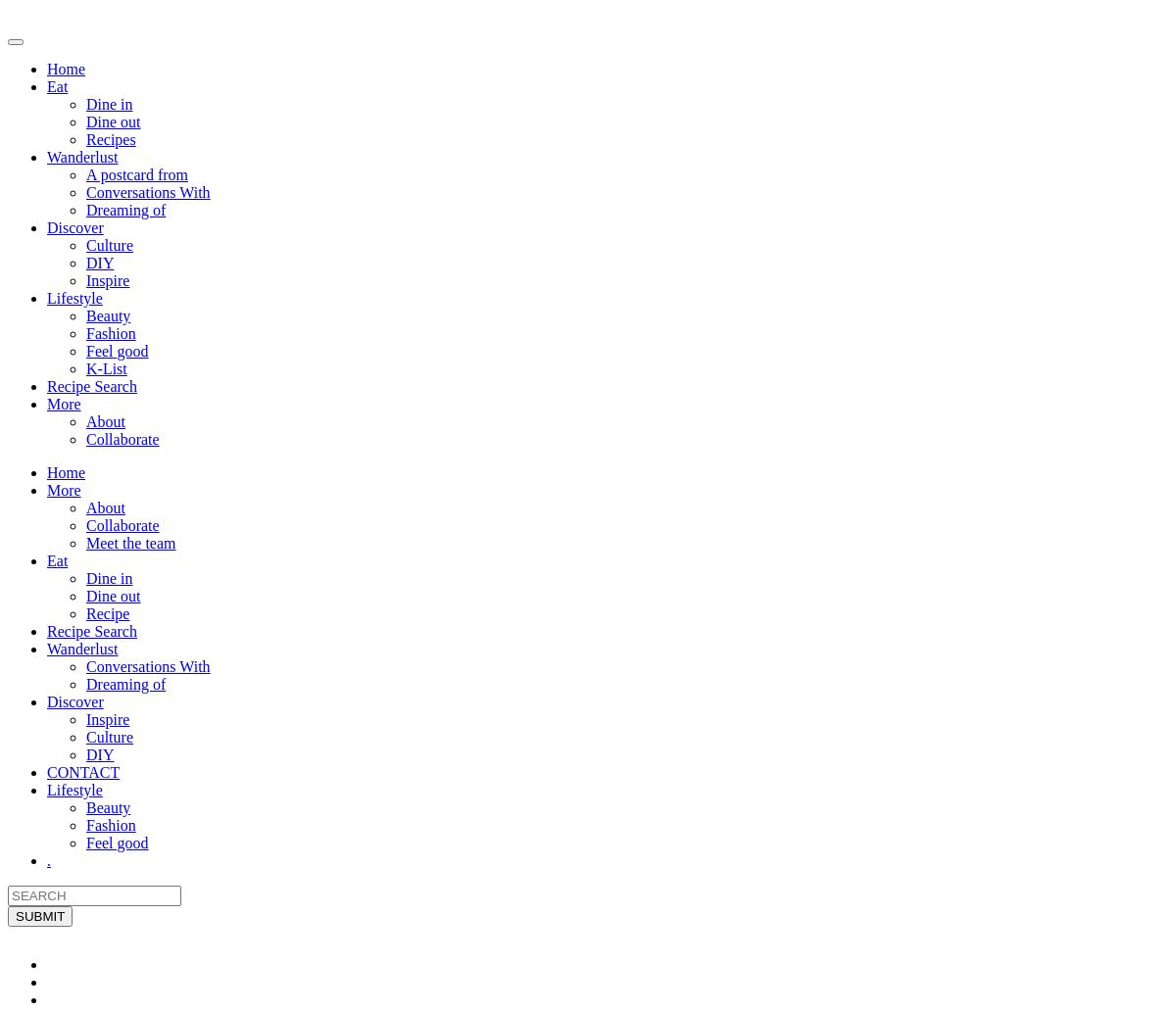  Describe the element at coordinates (108, 612) in the screenshot. I see `'Recipe'` at that location.